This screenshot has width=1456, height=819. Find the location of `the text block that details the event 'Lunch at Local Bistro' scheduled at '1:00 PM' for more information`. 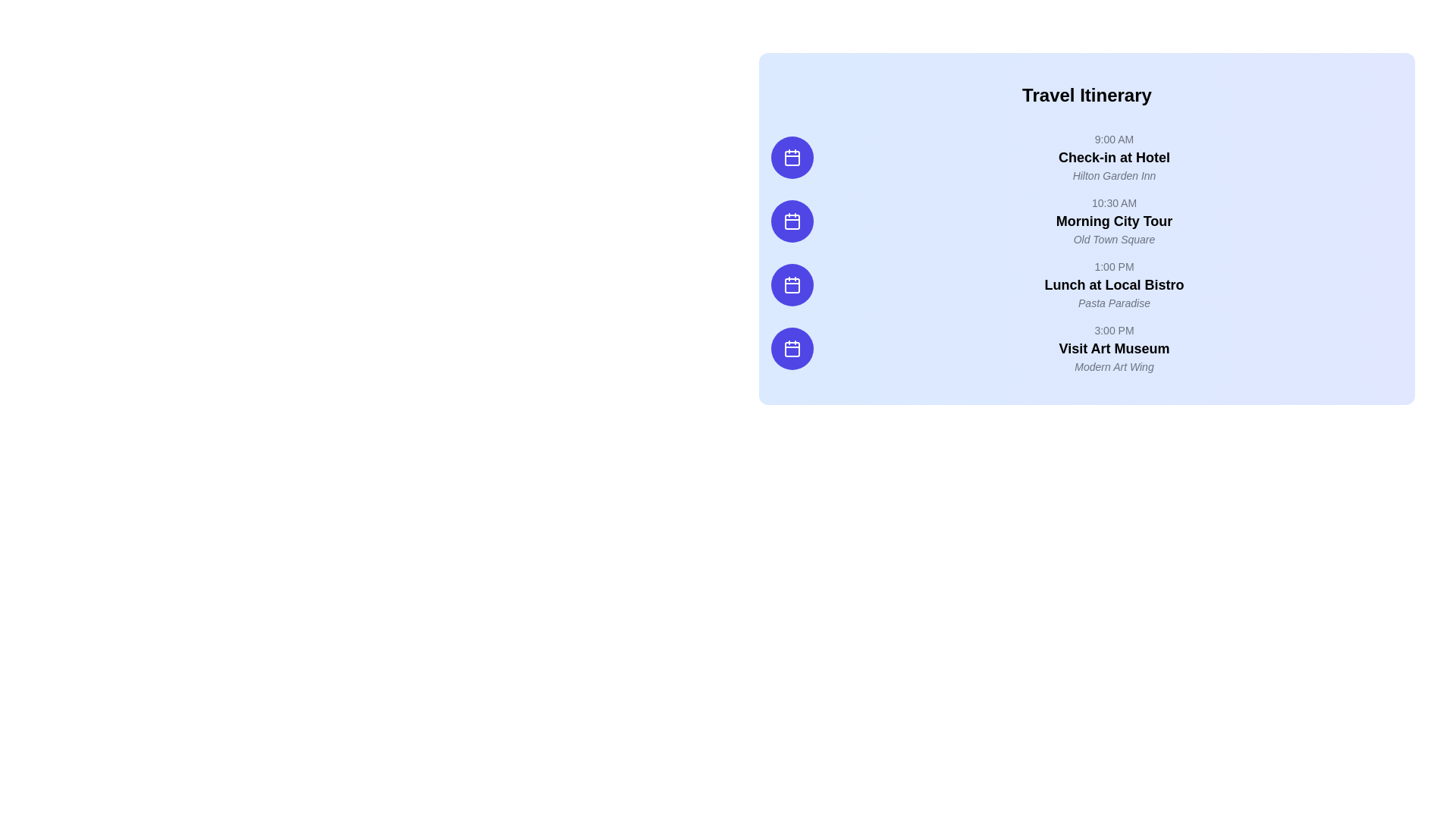

the text block that details the event 'Lunch at Local Bistro' scheduled at '1:00 PM' for more information is located at coordinates (1114, 284).